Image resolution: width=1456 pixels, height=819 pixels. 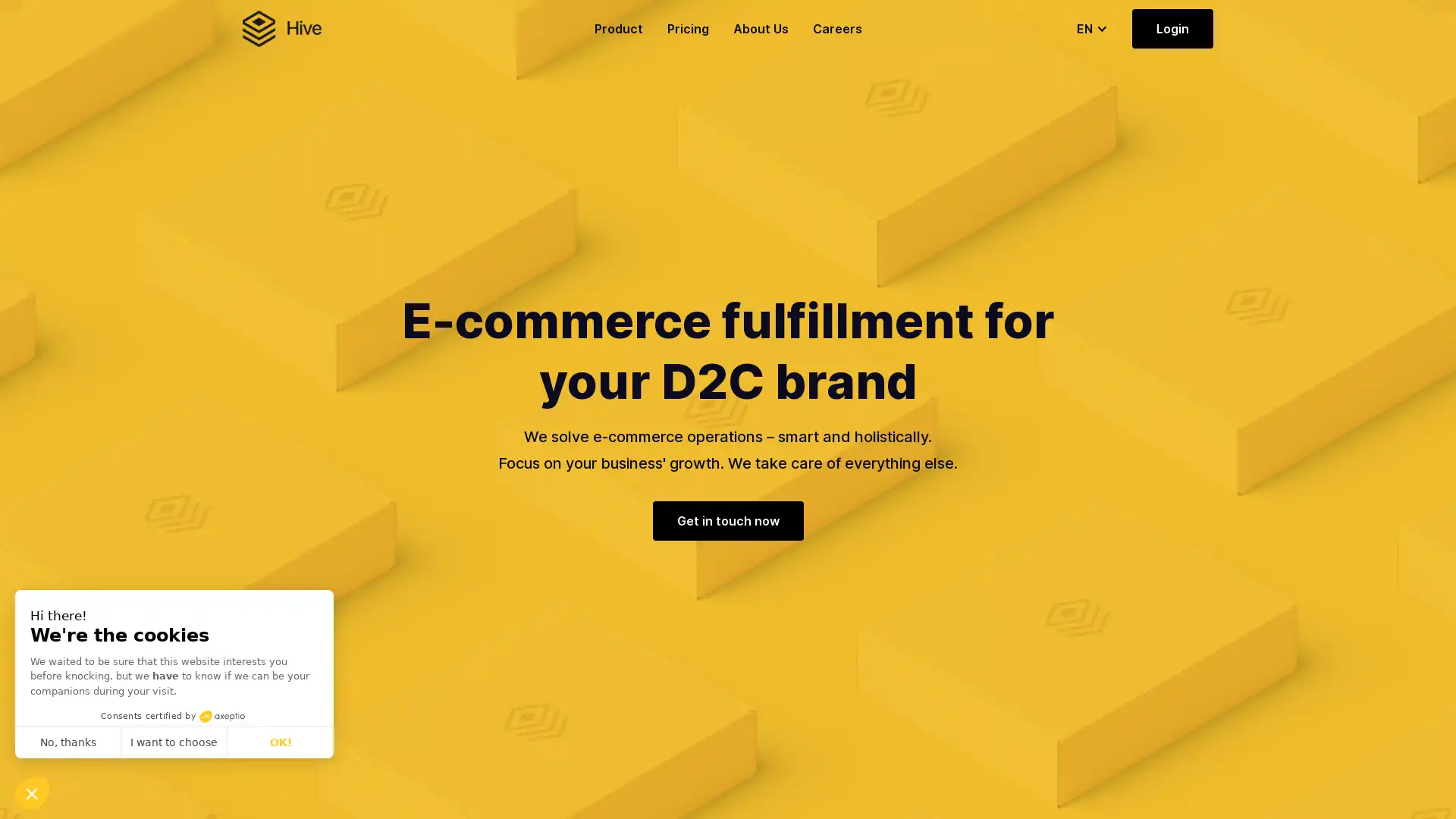 I want to click on Consents certified by, so click(x=174, y=716).